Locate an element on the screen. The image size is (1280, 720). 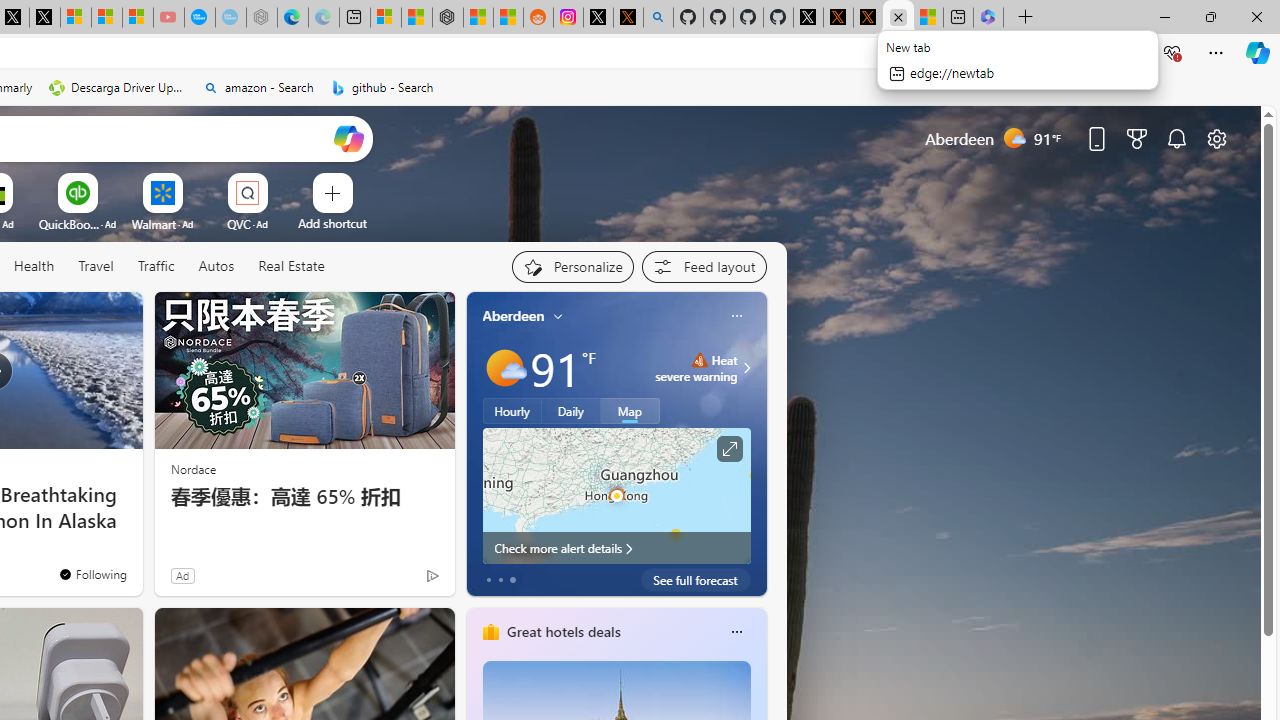
'Minimize' is located at coordinates (1164, 16).